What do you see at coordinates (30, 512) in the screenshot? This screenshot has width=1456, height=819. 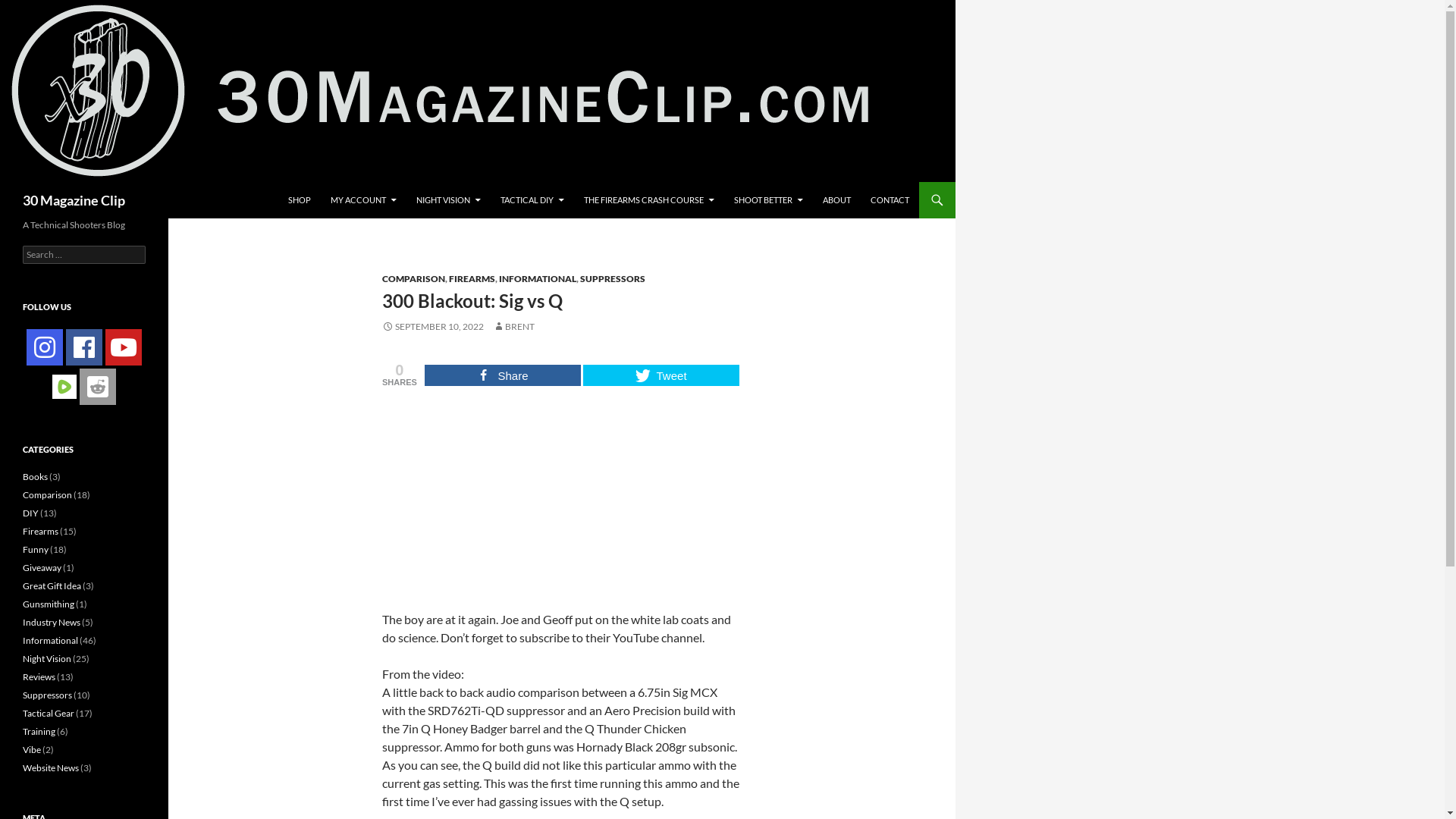 I see `'DIY'` at bounding box center [30, 512].